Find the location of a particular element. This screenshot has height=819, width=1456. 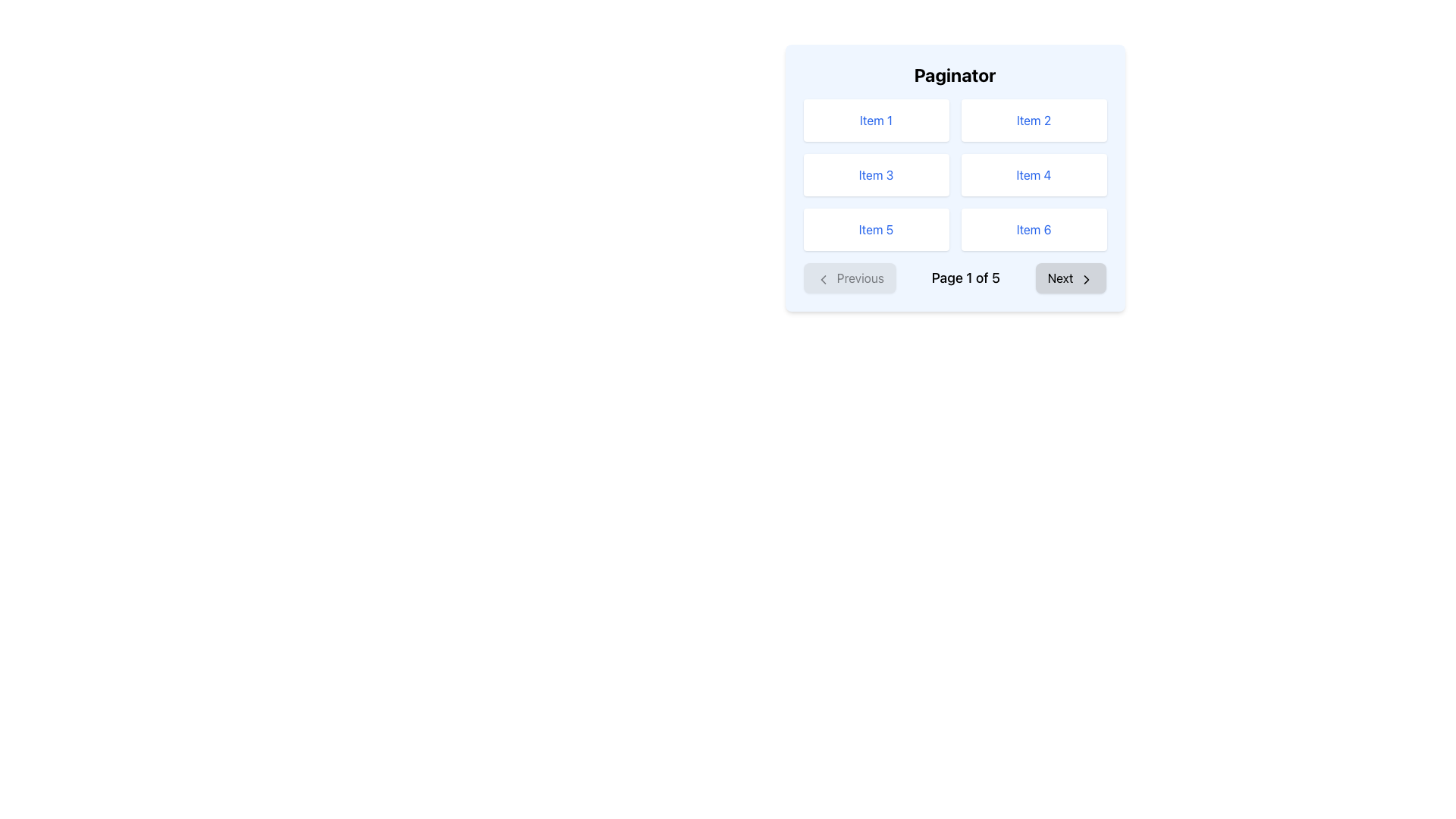

the leftward chevron icon inside the 'Previous' button located at the bottom-left of the paginator interface is located at coordinates (822, 279).